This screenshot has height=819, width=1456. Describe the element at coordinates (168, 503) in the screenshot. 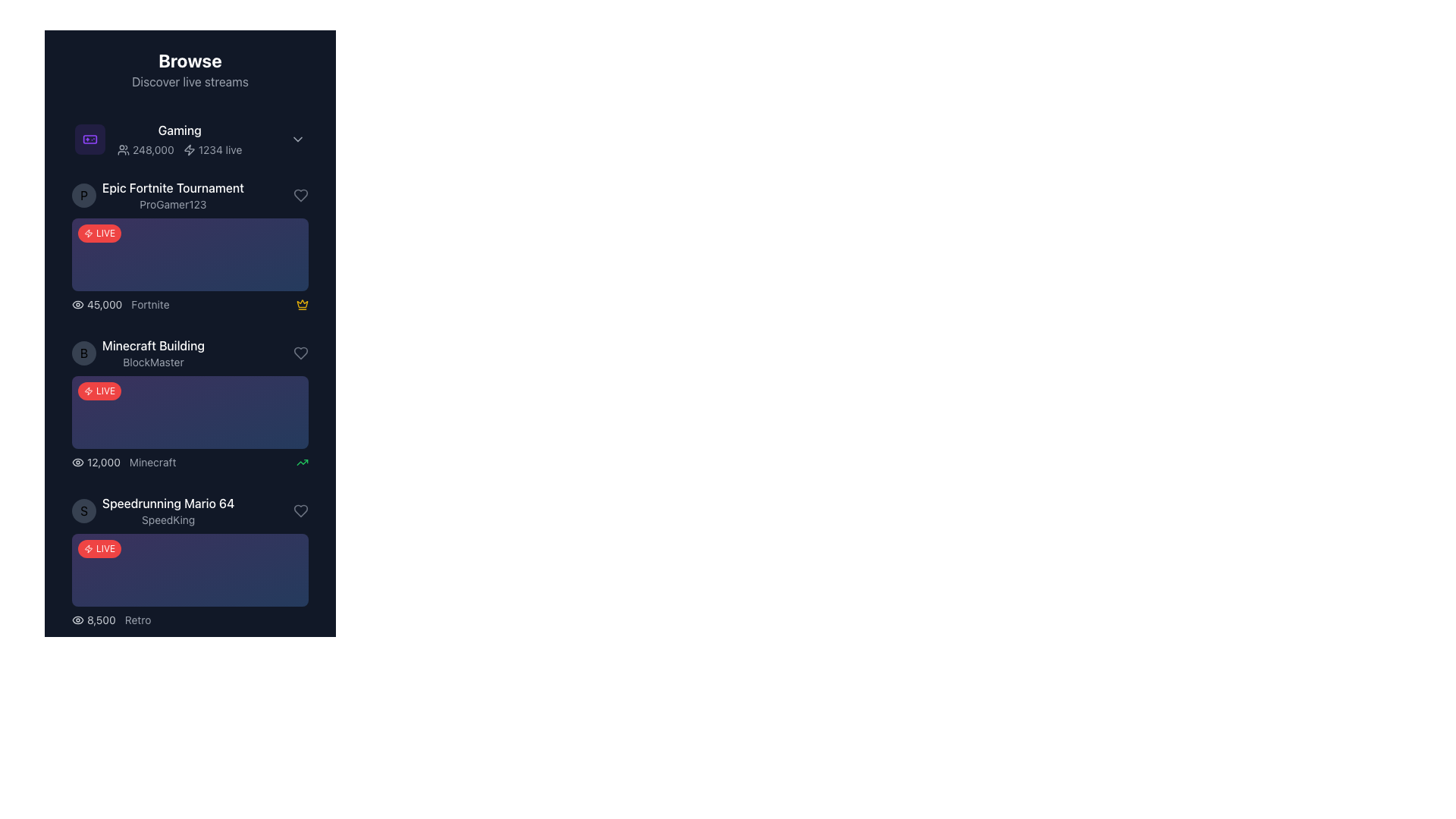

I see `the text label displaying 'Speedrunning Mario 64' styled in white font on a dark background, positioned above 'SpeedKing'` at that location.